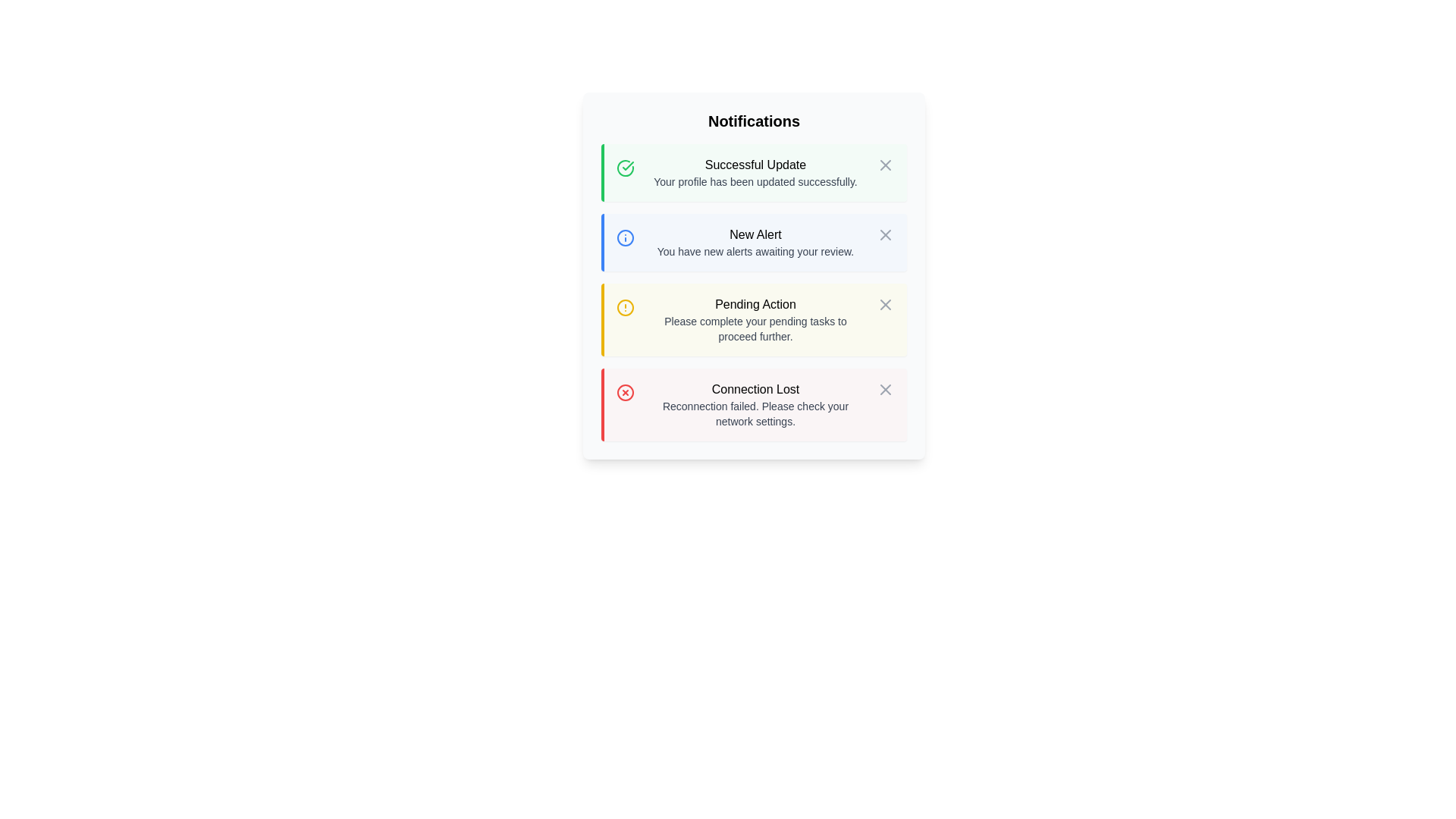 This screenshot has width=1456, height=819. Describe the element at coordinates (885, 388) in the screenshot. I see `the dismiss icon button resembling an 'X' in the red area of the 'Connection Lost' notification` at that location.